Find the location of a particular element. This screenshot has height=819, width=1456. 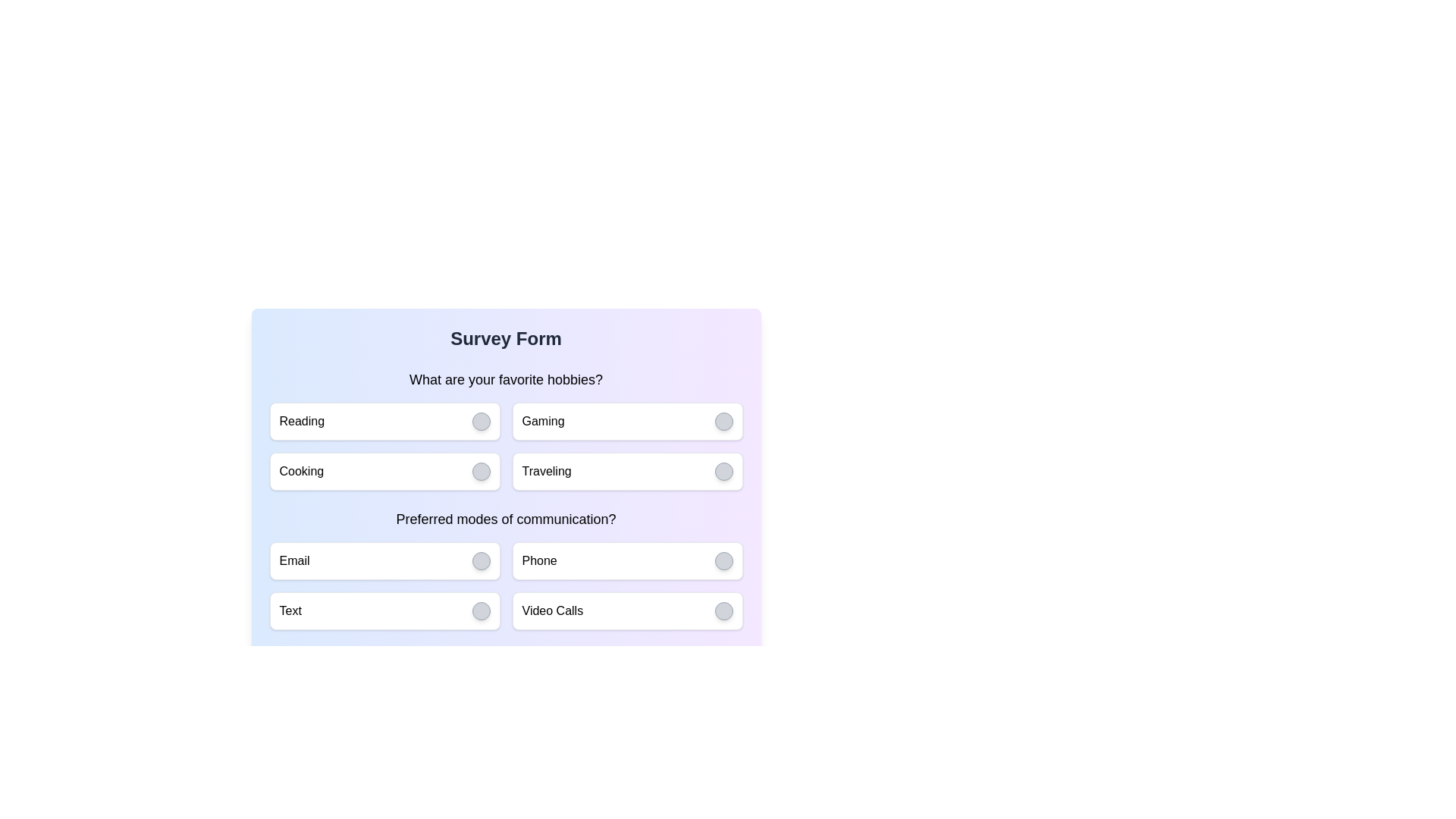

the 'Cooking' label in the survey indicating a choice under the 'What are your favorite hobbies?' section is located at coordinates (301, 470).